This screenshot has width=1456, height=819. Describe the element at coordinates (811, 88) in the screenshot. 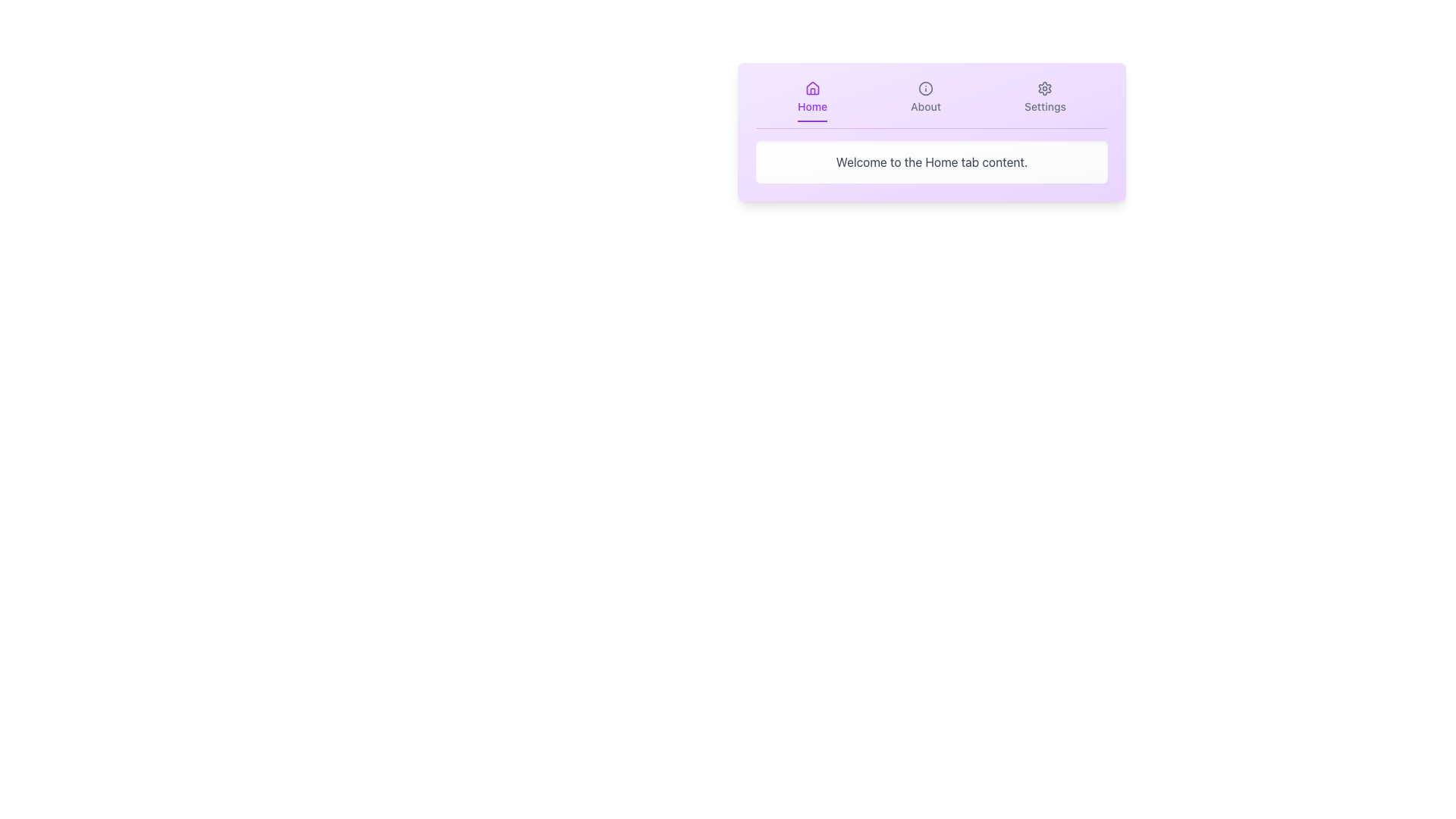

I see `the purple house icon located in the navigation bar above the 'Home' text for visual guidance` at that location.